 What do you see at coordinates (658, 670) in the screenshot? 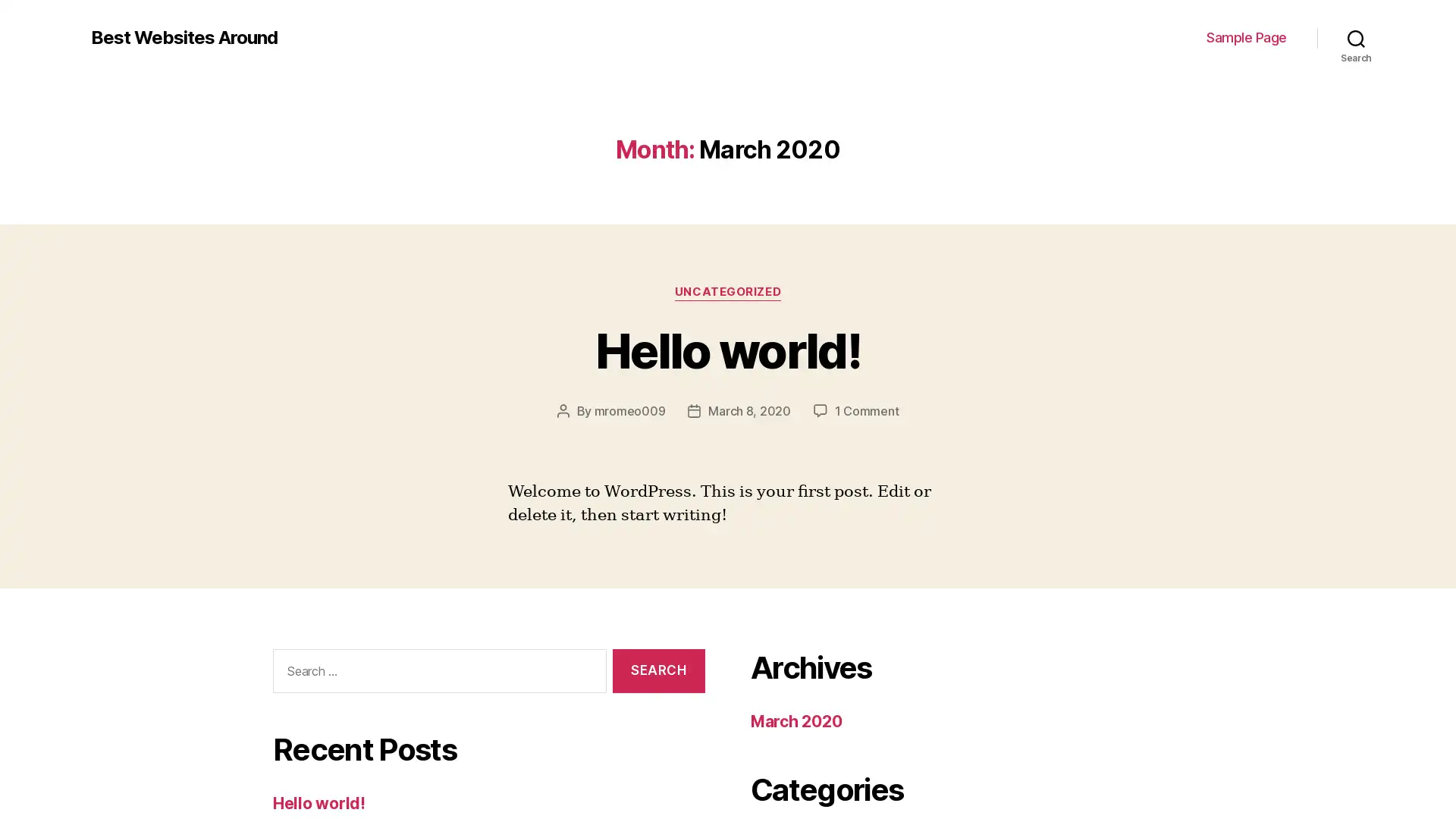
I see `Search` at bounding box center [658, 670].